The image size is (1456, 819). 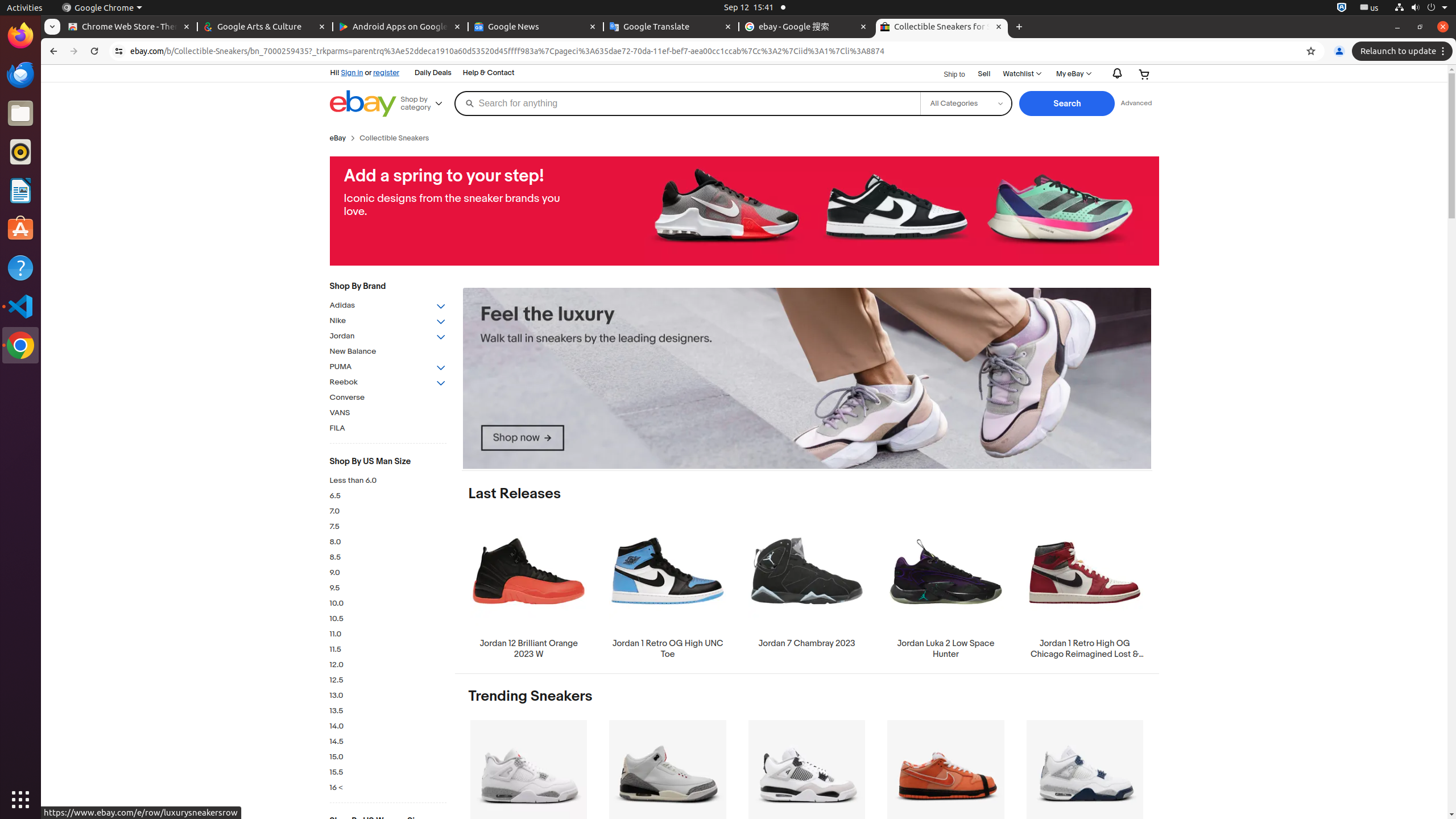 I want to click on 'Thunderbird Mail', so click(x=20, y=74).